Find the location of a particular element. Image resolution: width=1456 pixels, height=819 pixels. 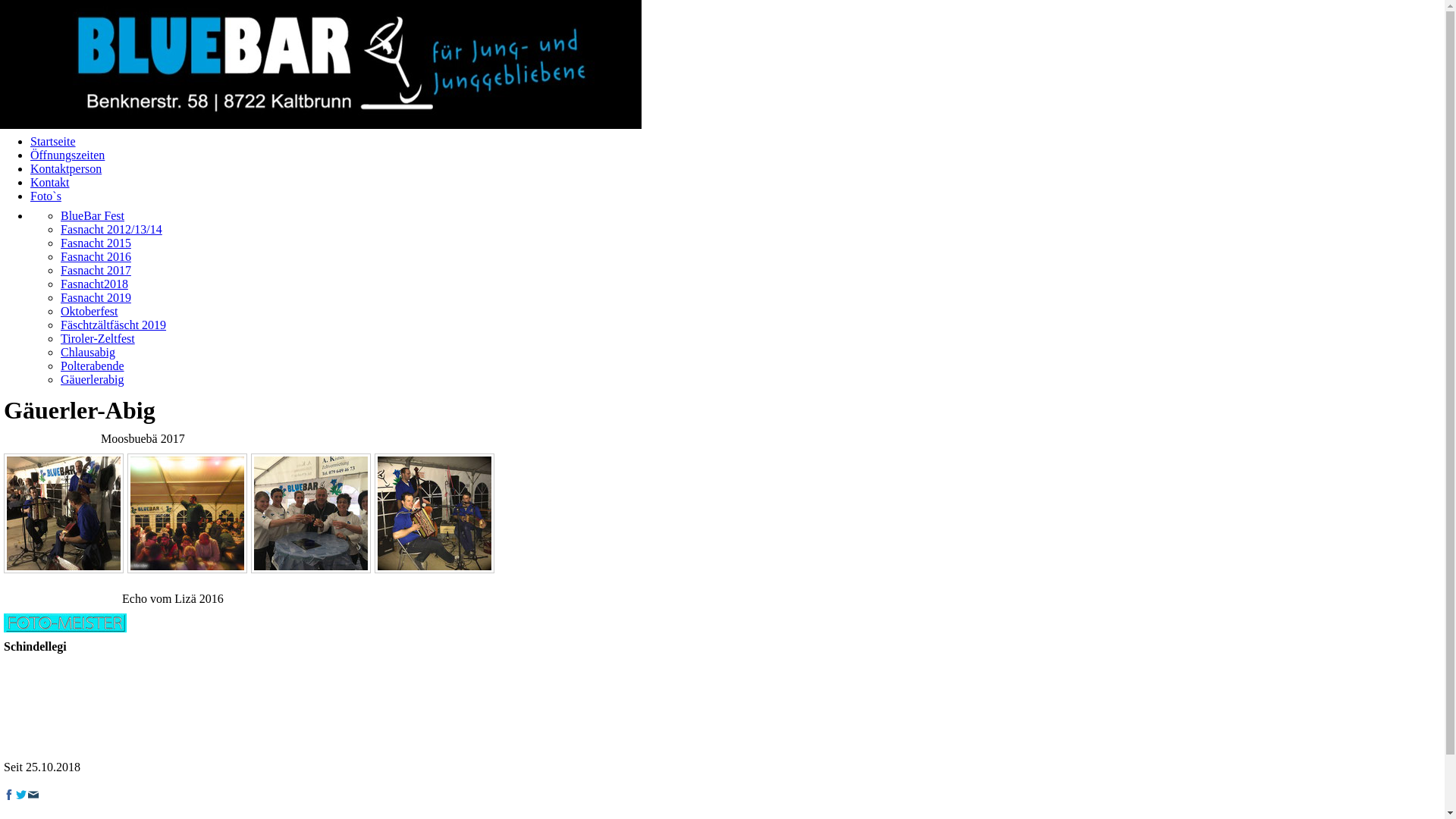

'Fasnacht 2017' is located at coordinates (95, 269).